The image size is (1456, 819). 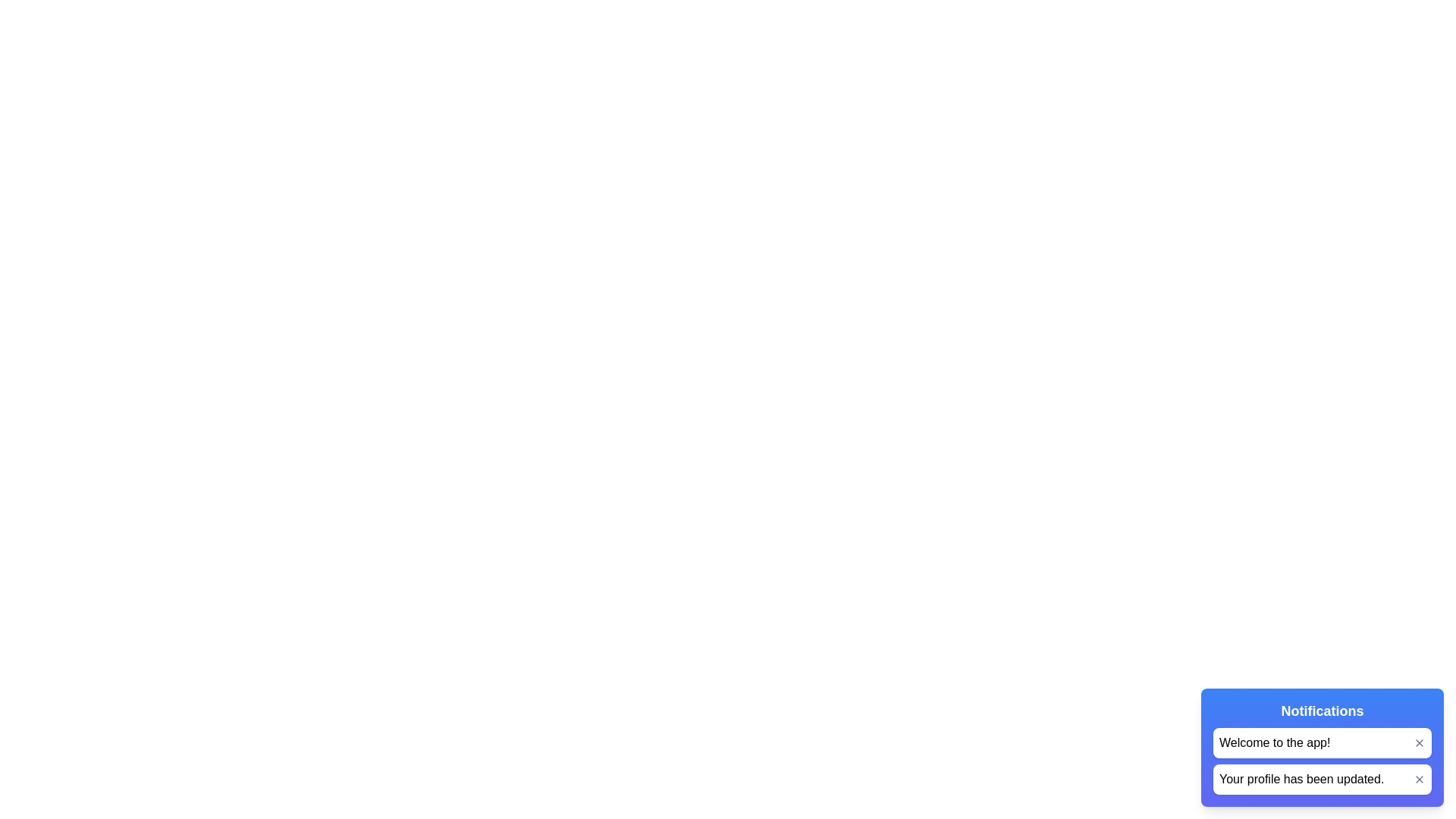 What do you see at coordinates (1419, 780) in the screenshot?
I see `the close button located at the top-right corner of the notification message 'Your profile has been updated.' to observe the color change` at bounding box center [1419, 780].